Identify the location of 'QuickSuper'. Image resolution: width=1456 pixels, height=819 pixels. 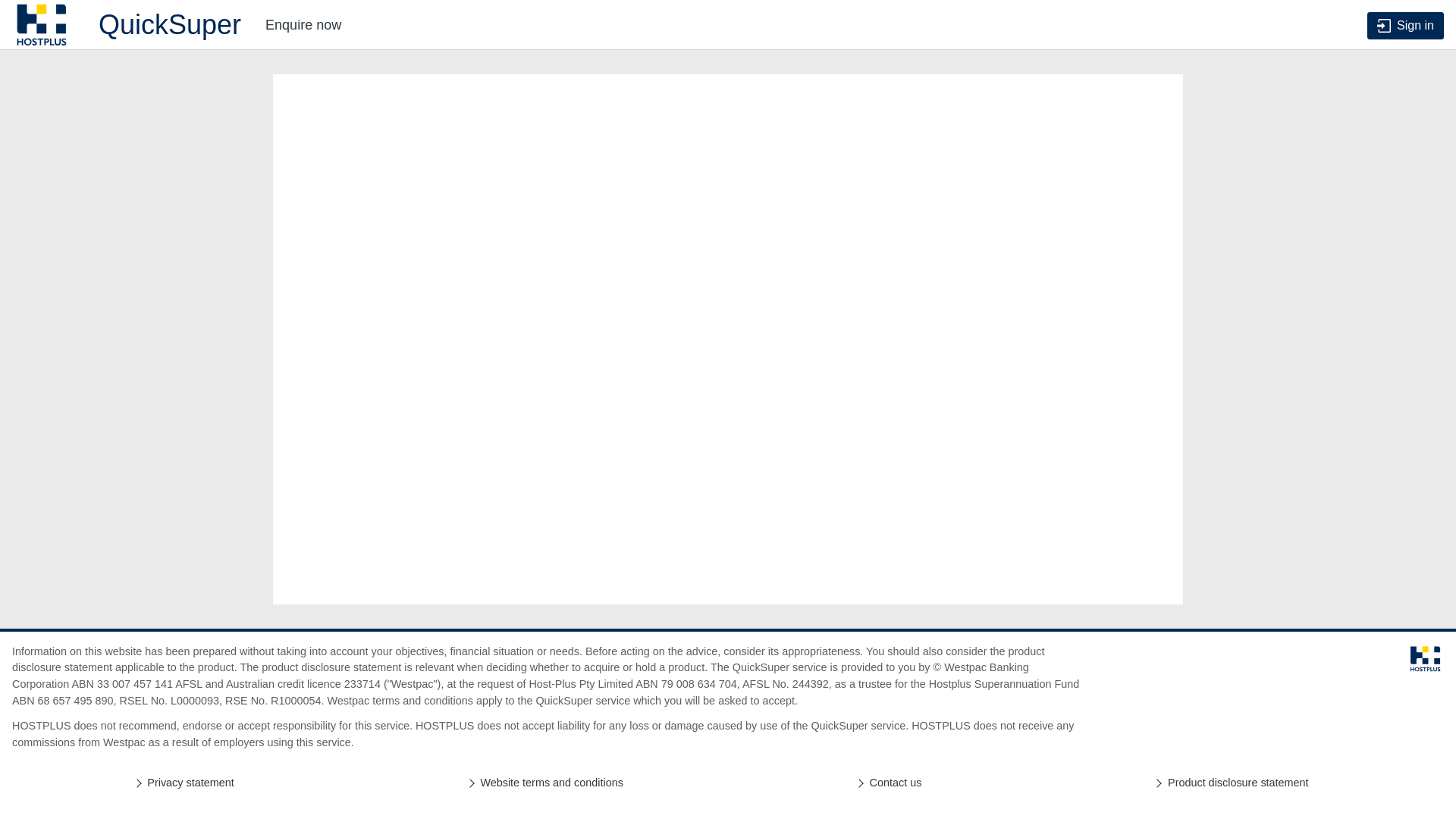
(127, 25).